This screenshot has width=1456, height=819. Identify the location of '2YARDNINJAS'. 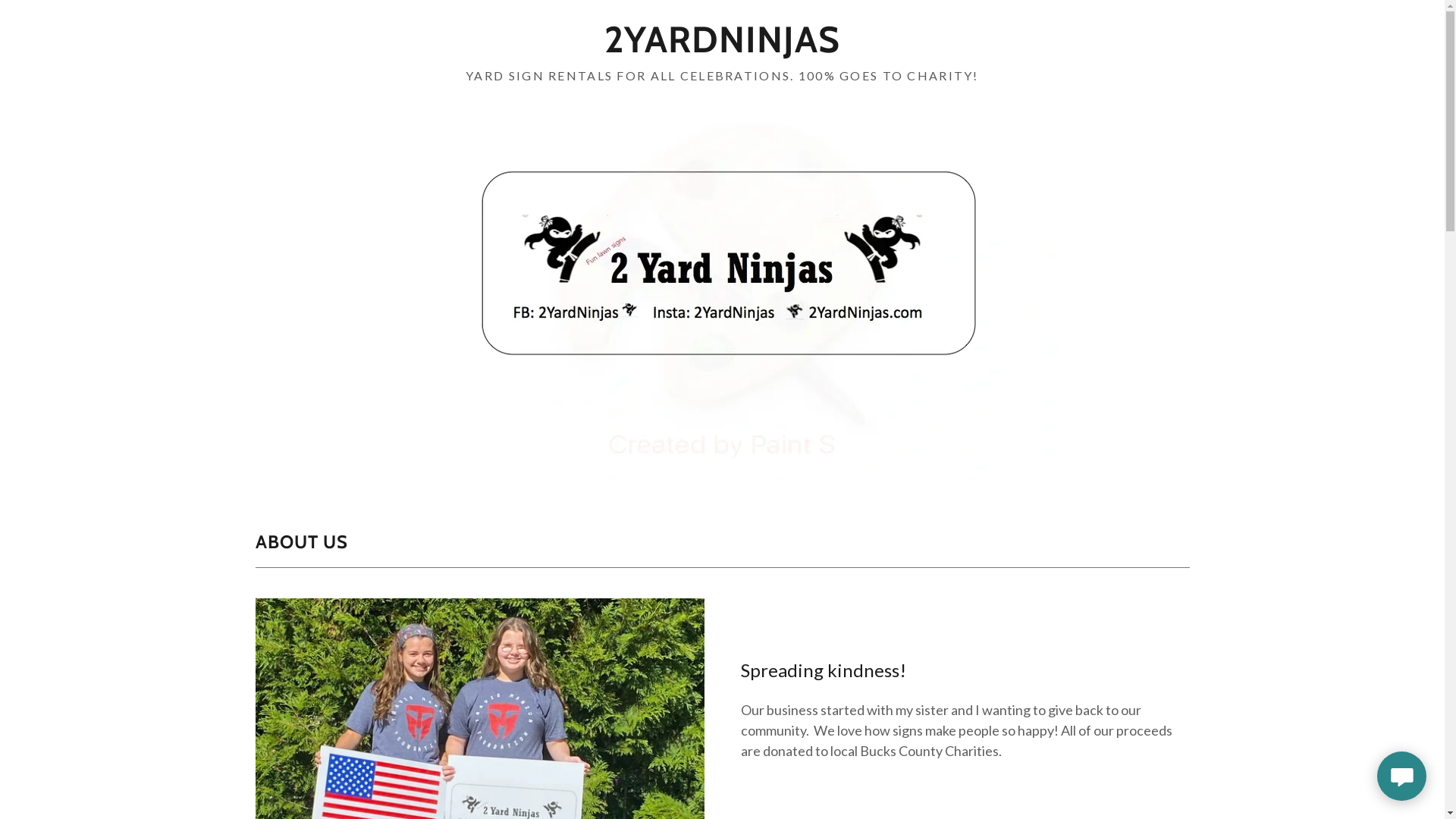
(721, 45).